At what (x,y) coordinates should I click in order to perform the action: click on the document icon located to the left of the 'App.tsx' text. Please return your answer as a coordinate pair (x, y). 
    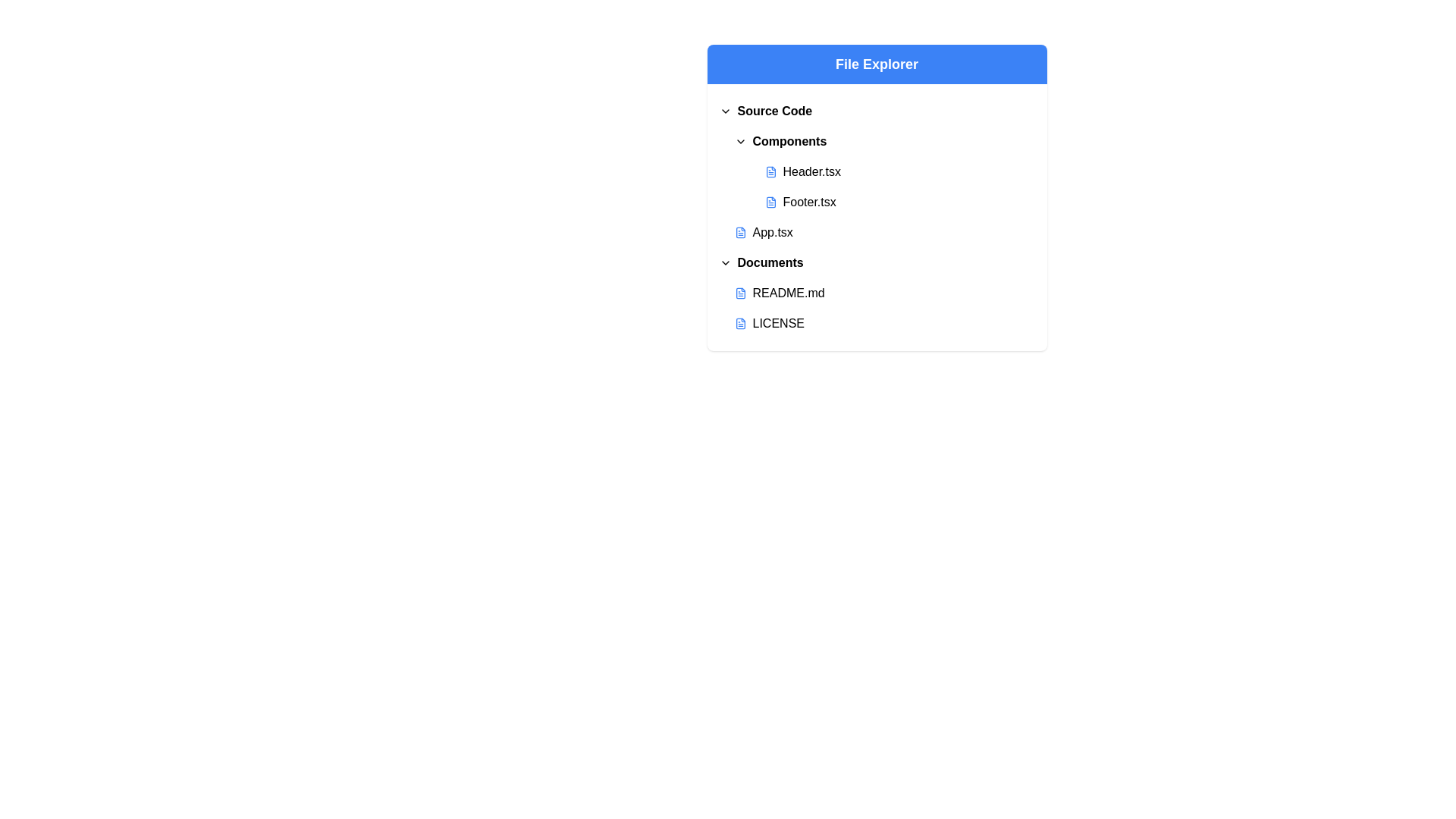
    Looking at the image, I should click on (740, 233).